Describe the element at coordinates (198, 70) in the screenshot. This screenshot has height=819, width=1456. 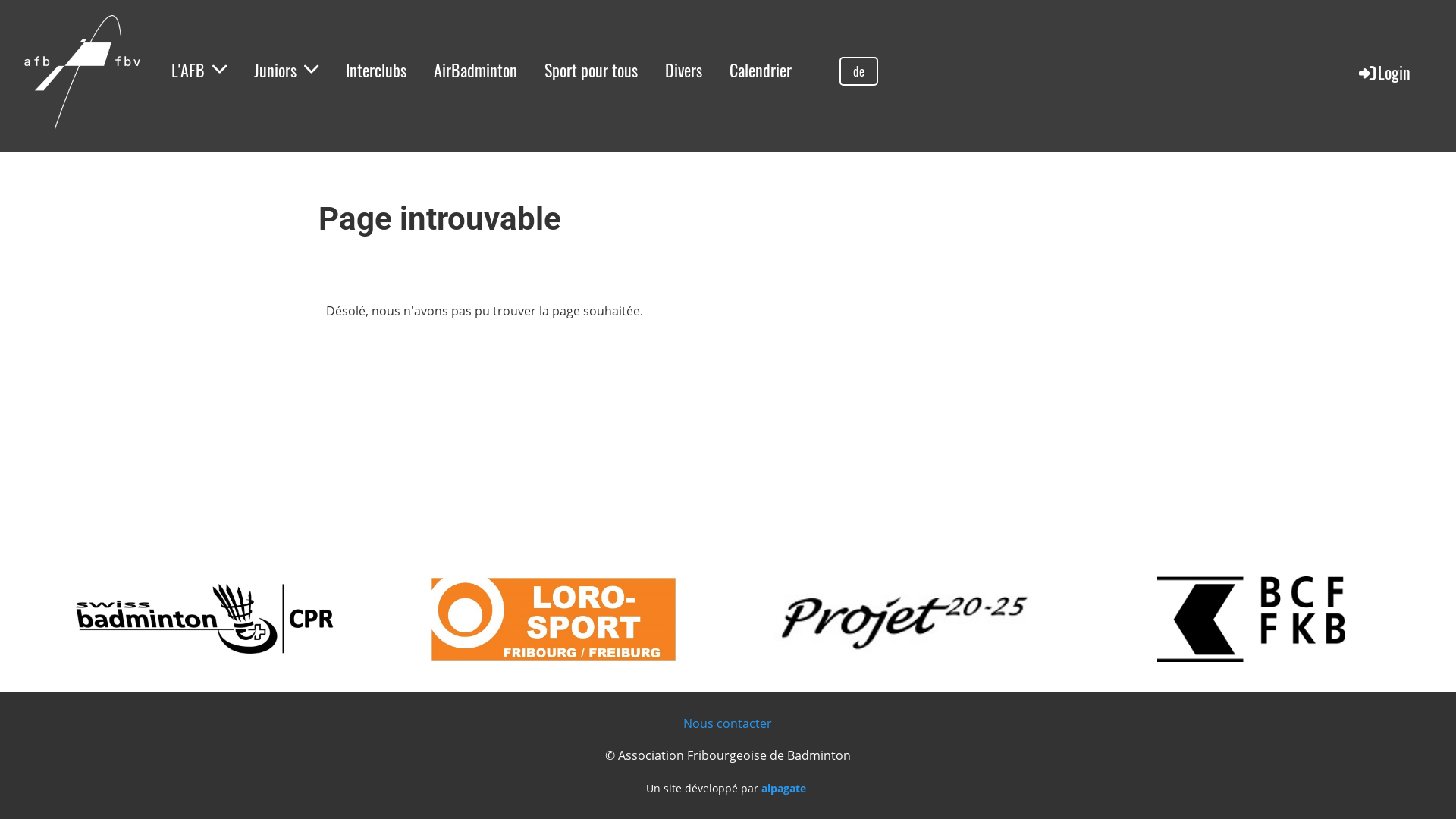
I see `'L'AFB'` at that location.